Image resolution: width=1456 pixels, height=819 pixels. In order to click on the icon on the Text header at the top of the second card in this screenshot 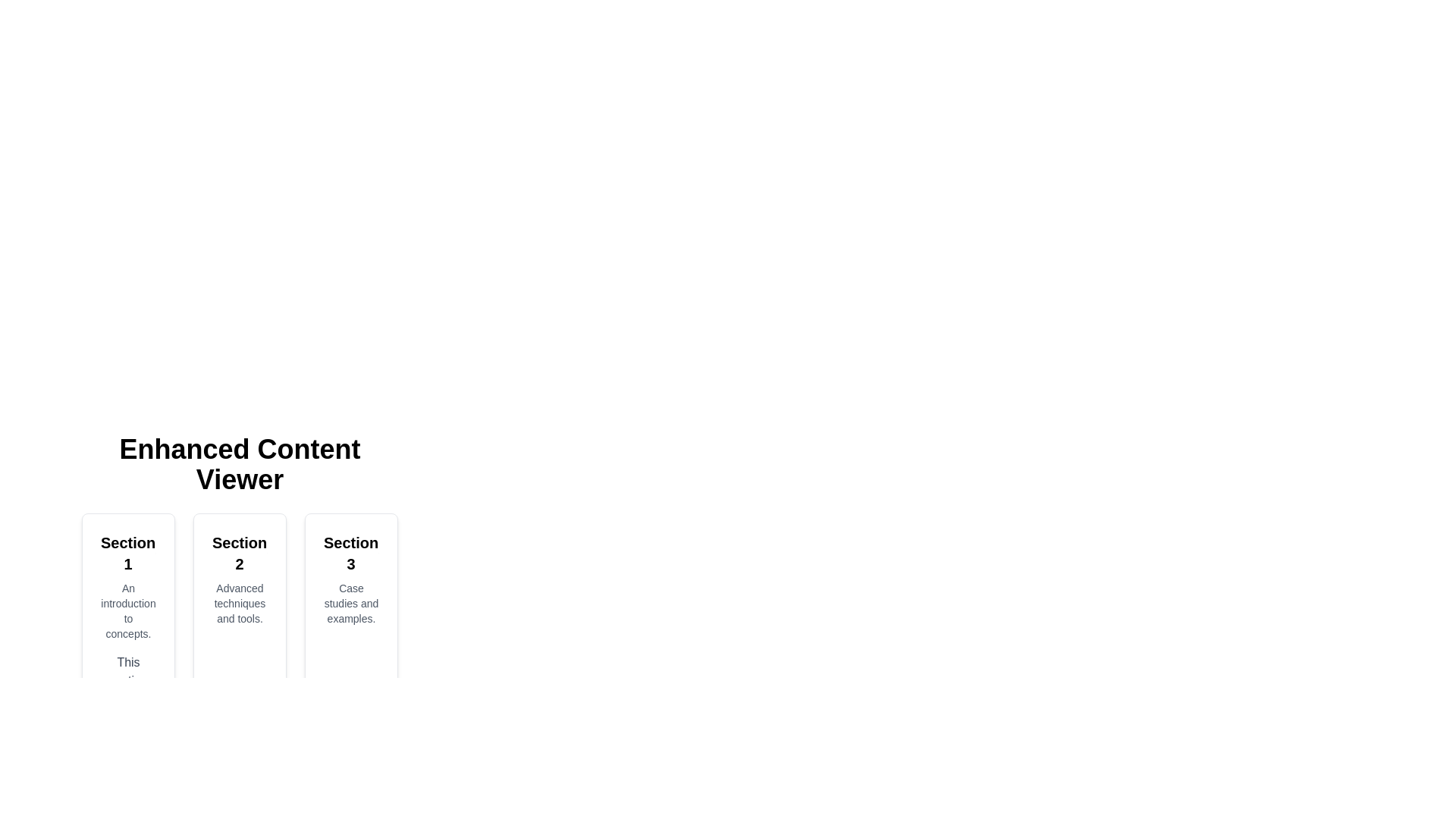, I will do `click(239, 553)`.